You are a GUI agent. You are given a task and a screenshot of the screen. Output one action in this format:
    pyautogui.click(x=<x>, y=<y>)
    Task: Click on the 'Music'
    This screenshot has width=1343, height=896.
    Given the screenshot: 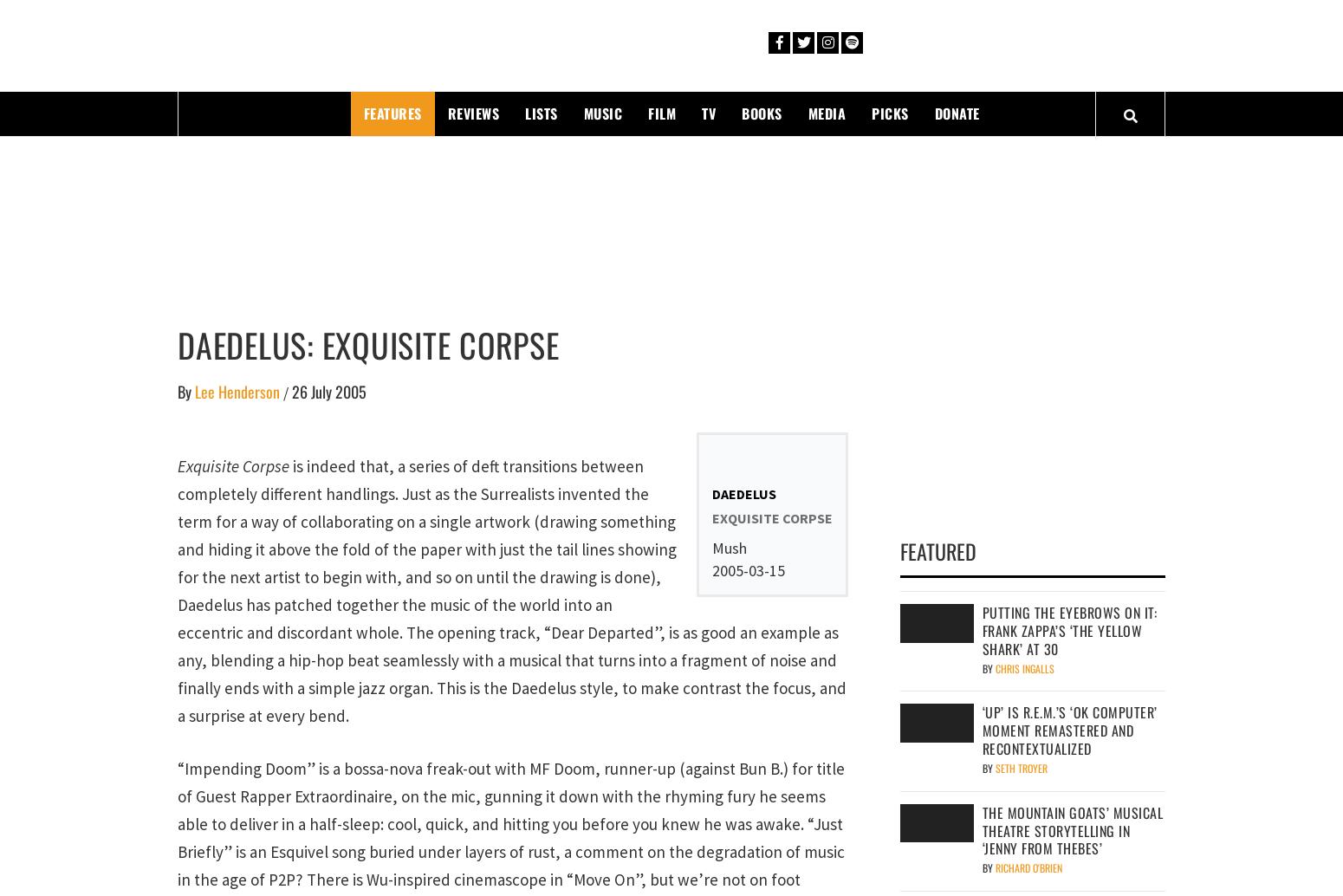 What is the action you would take?
    pyautogui.click(x=601, y=112)
    